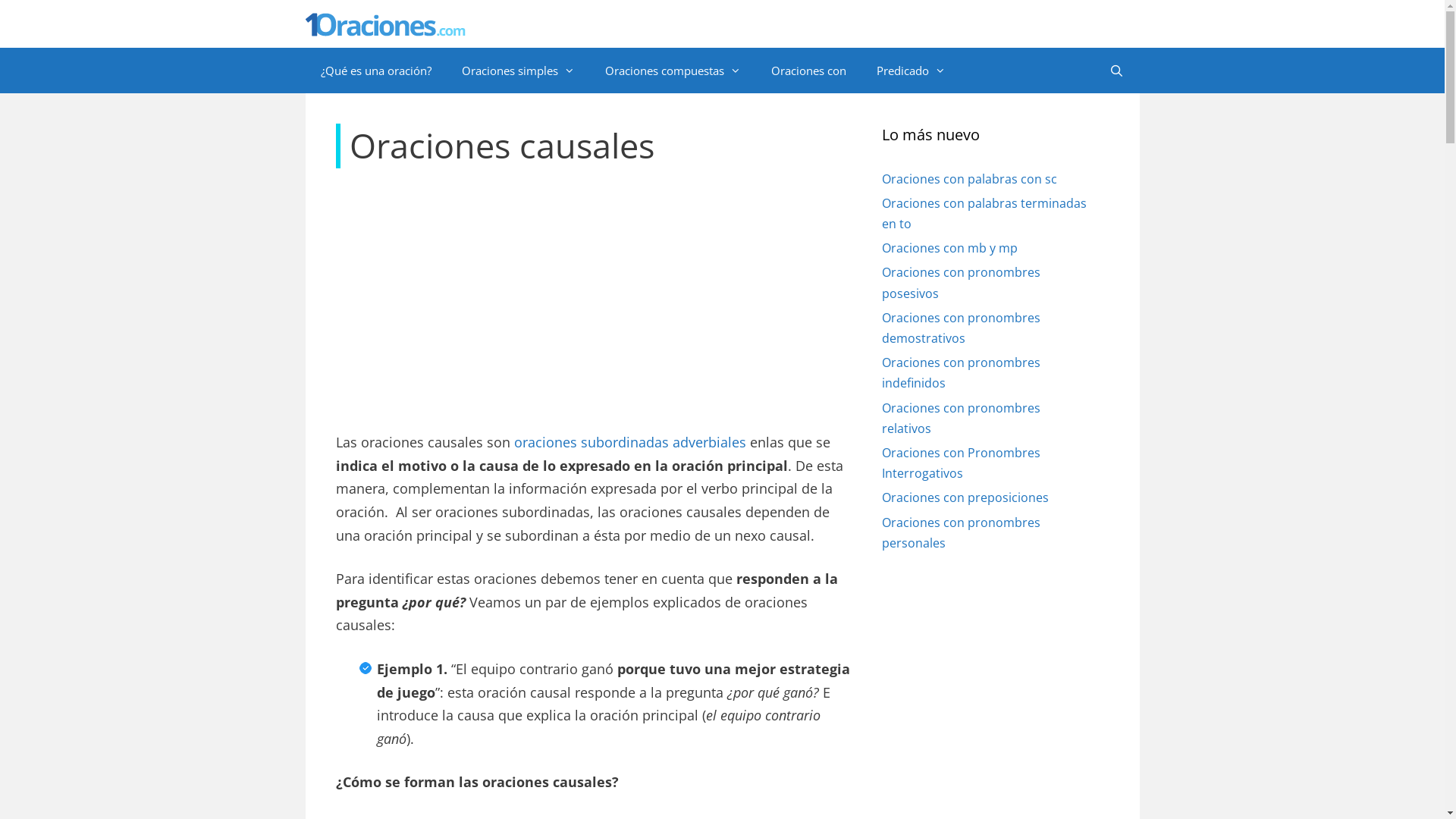 The width and height of the screenshot is (1456, 819). I want to click on 'Oraciones con palabras con sc', so click(880, 177).